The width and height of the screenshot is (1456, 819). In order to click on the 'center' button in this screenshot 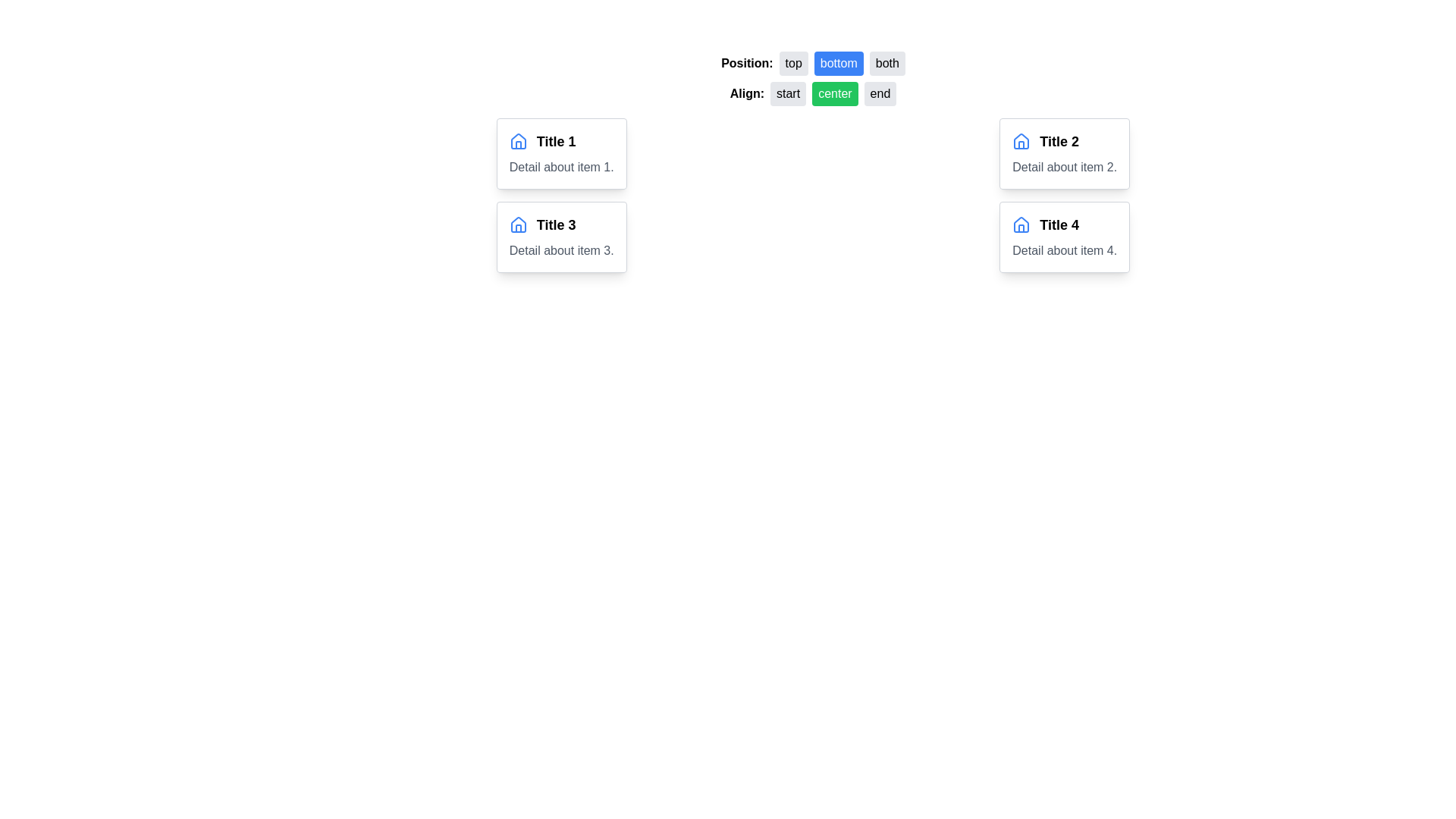, I will do `click(812, 79)`.